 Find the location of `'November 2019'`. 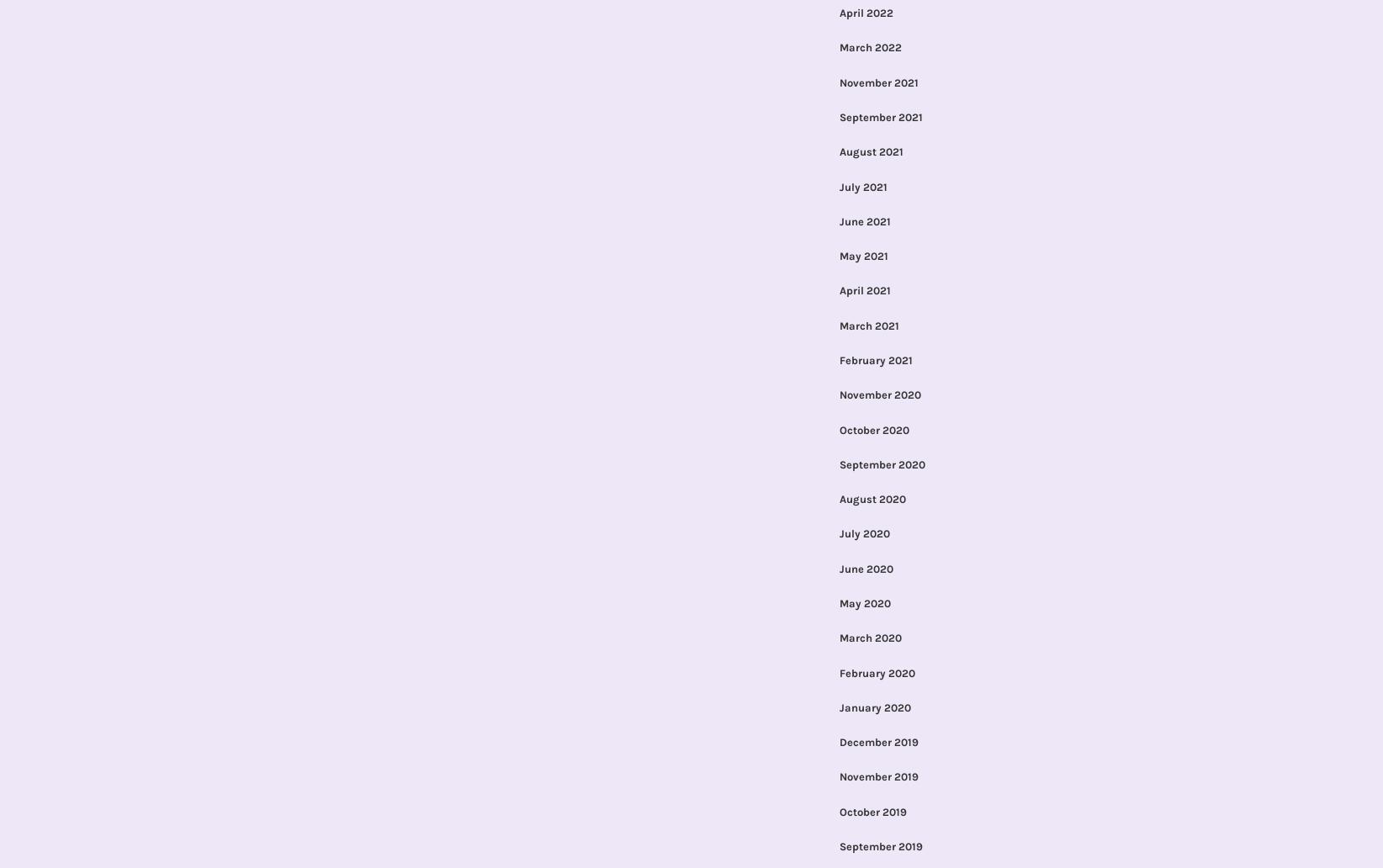

'November 2019' is located at coordinates (877, 775).